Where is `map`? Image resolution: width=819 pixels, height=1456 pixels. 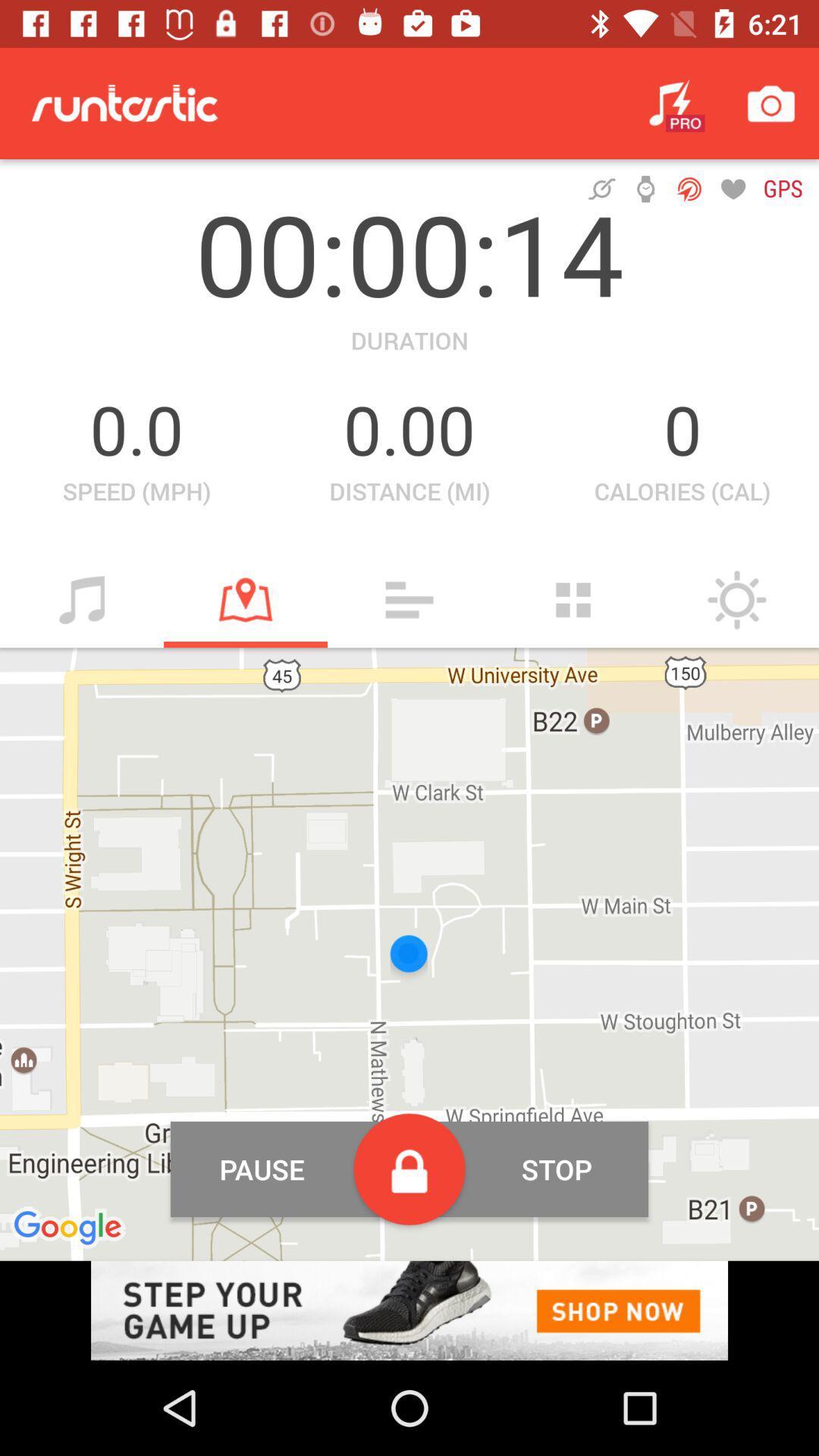 map is located at coordinates (245, 599).